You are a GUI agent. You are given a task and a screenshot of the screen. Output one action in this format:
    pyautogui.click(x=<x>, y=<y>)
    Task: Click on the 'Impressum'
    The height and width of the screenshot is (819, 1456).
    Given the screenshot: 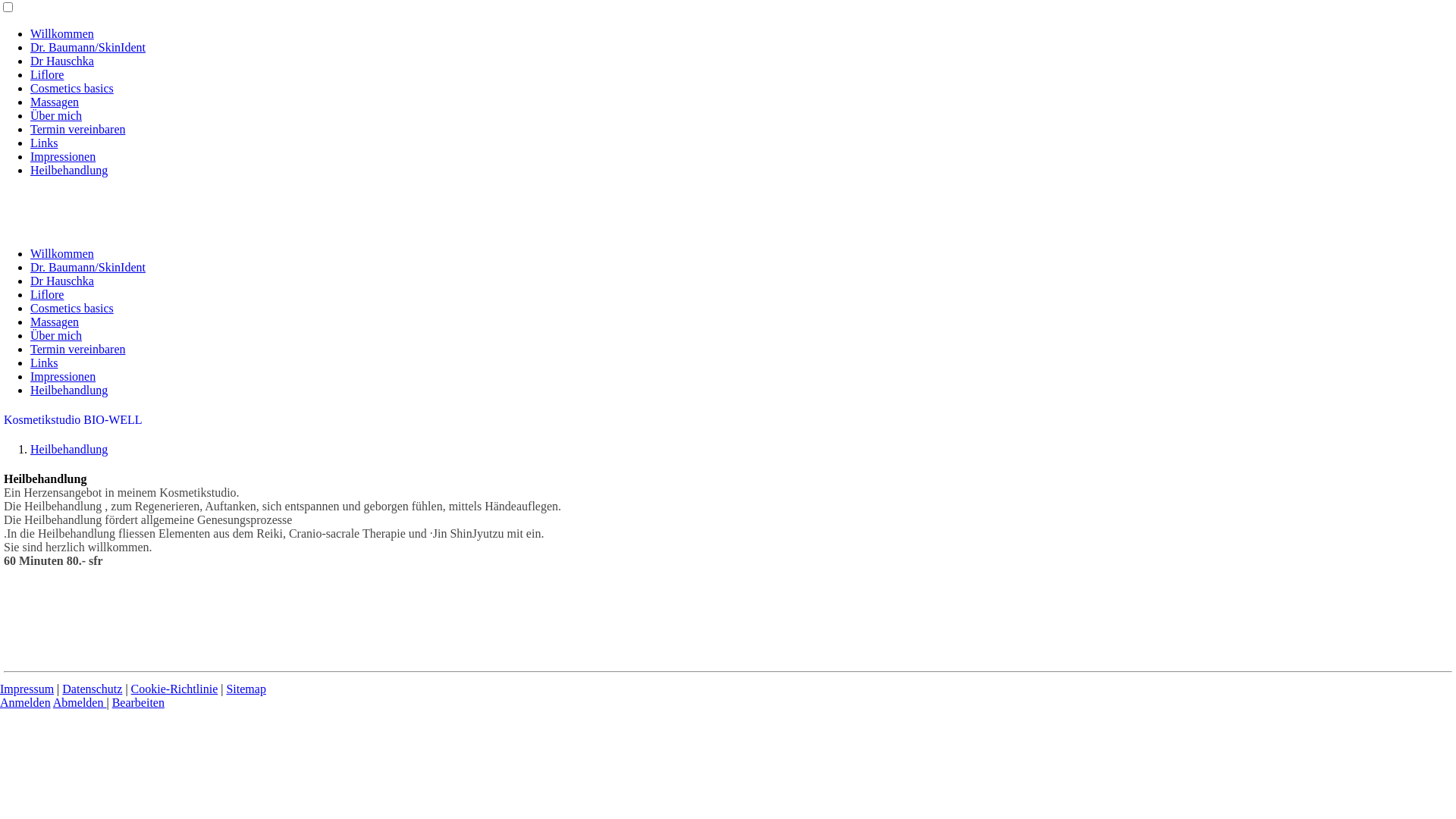 What is the action you would take?
    pyautogui.click(x=27, y=689)
    